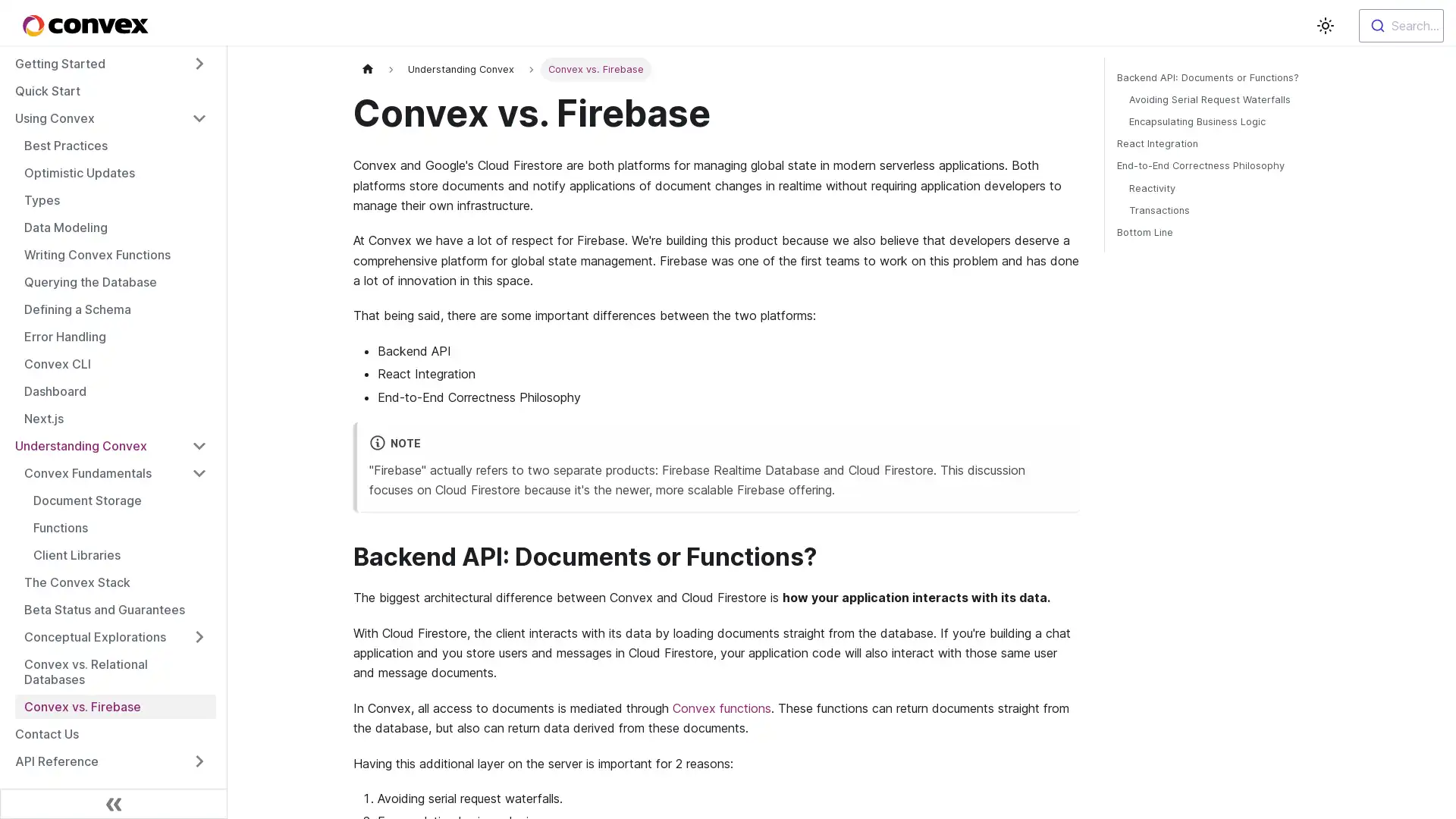 The image size is (1456, 819). I want to click on Toggle the collapsible sidebar category 'Conceptual Explorations', so click(199, 637).